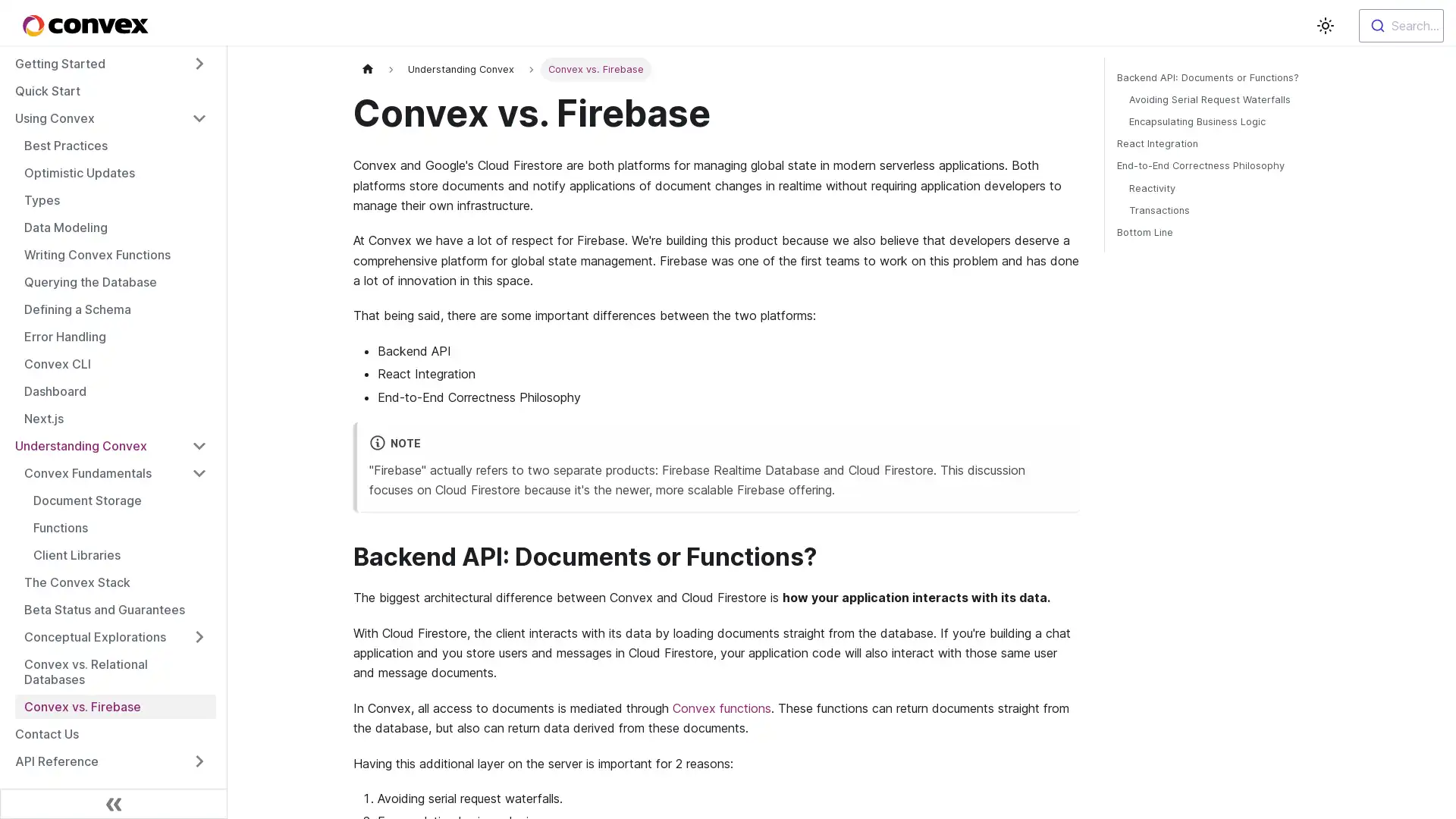 The image size is (1456, 819). I want to click on Toggle the collapsible sidebar category 'Conceptual Explorations', so click(199, 637).